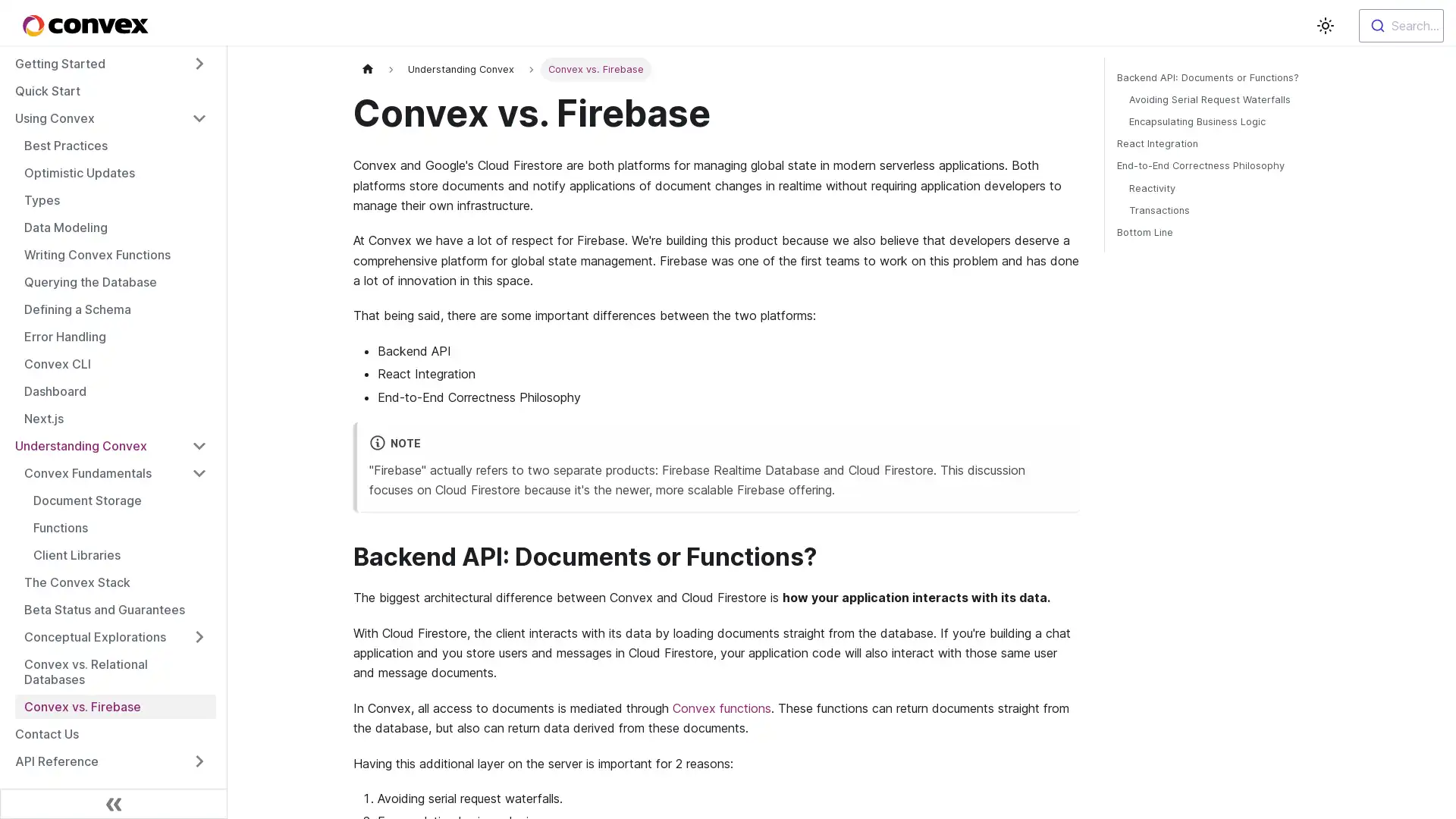 The image size is (1456, 819). I want to click on Toggle the collapsible sidebar category 'Conceptual Explorations', so click(199, 637).